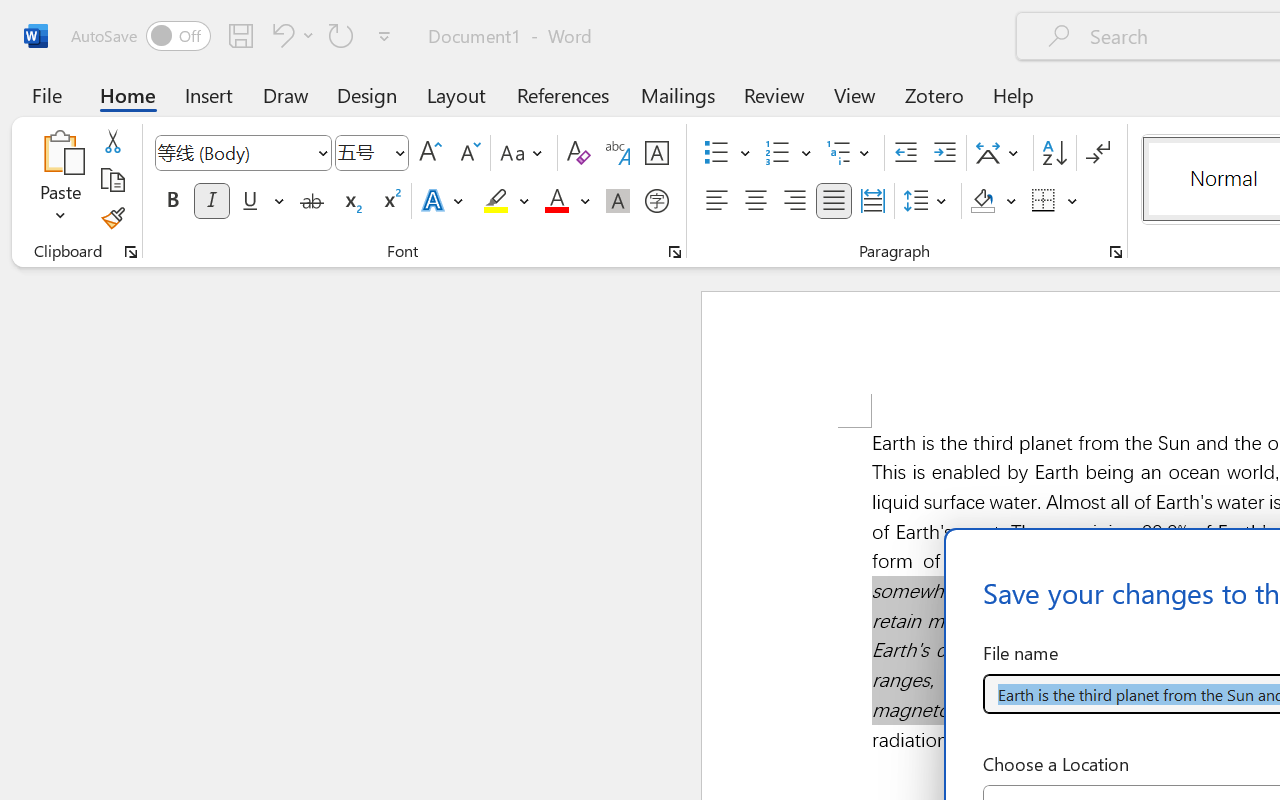  What do you see at coordinates (111, 179) in the screenshot?
I see `'Copy'` at bounding box center [111, 179].